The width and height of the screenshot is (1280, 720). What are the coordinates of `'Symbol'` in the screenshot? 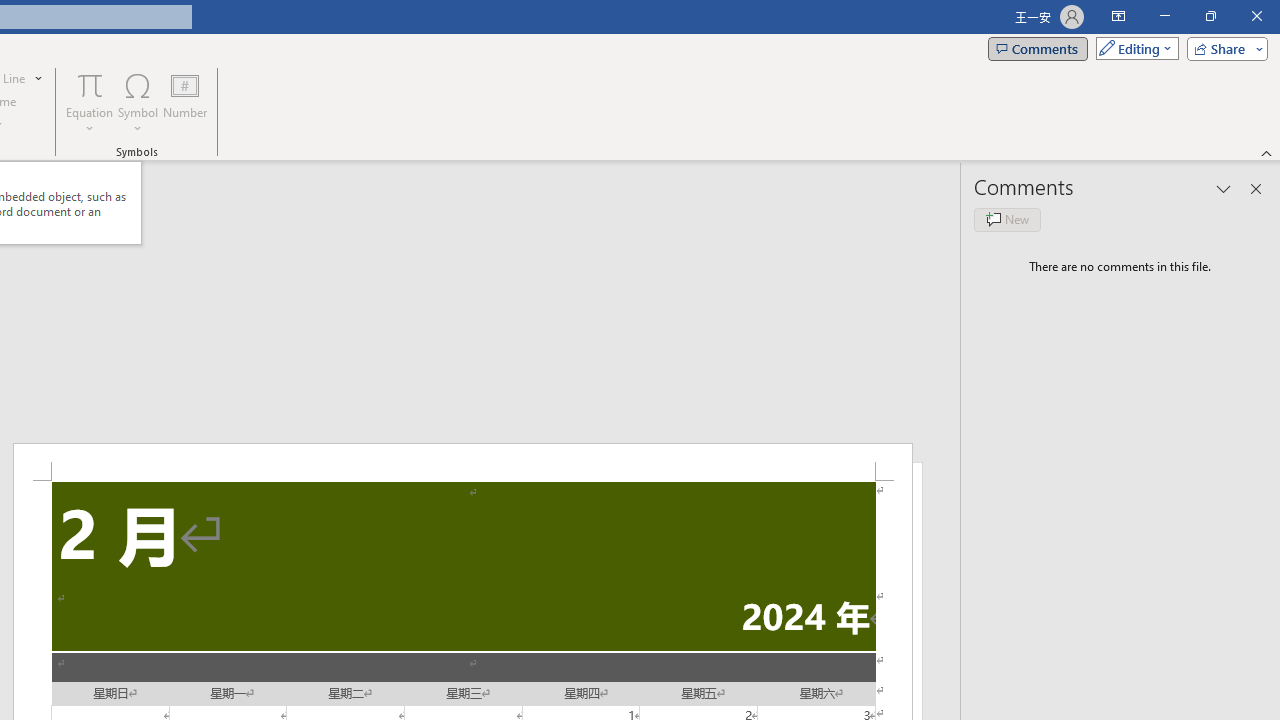 It's located at (137, 103).